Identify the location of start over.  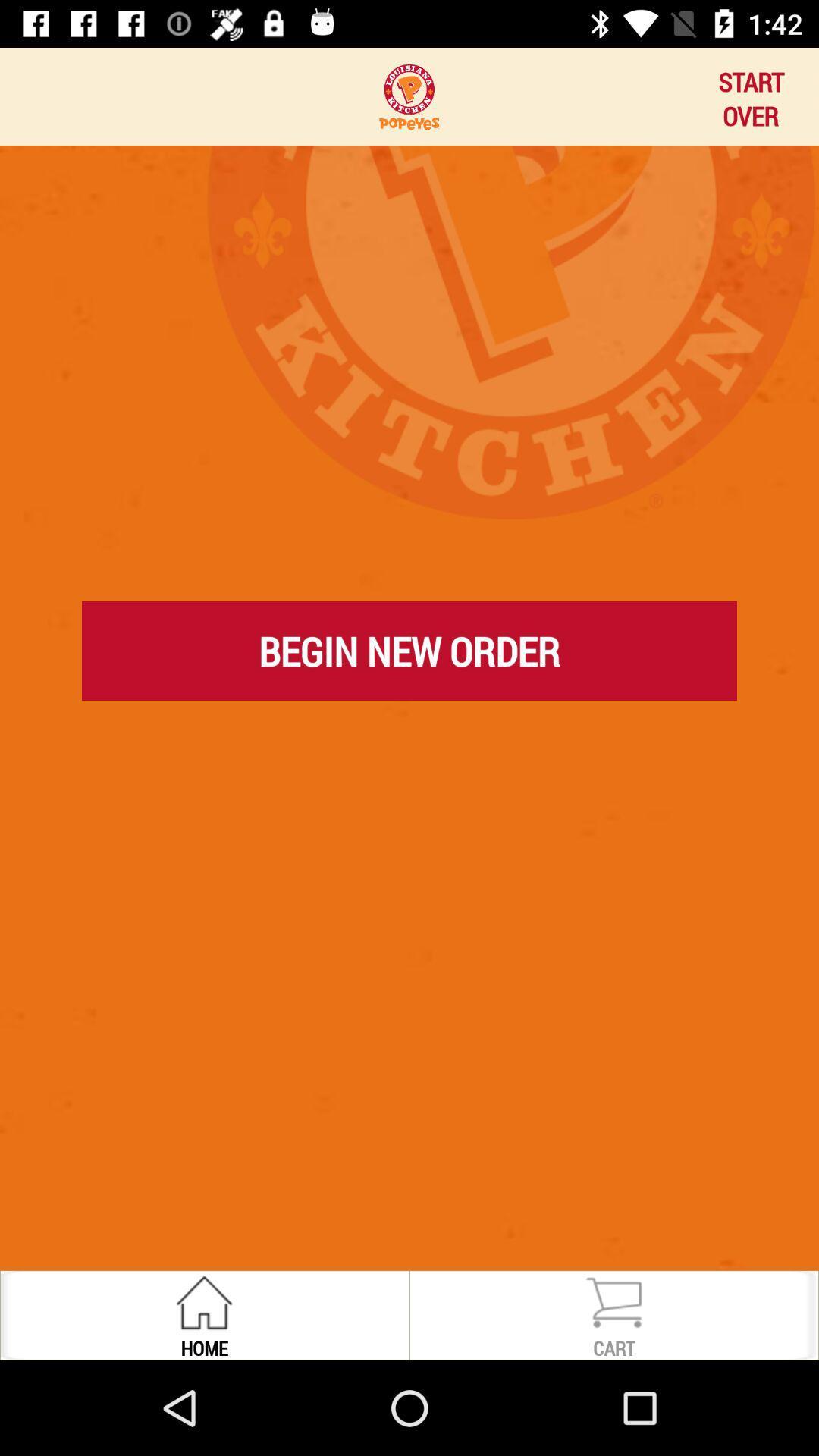
(751, 96).